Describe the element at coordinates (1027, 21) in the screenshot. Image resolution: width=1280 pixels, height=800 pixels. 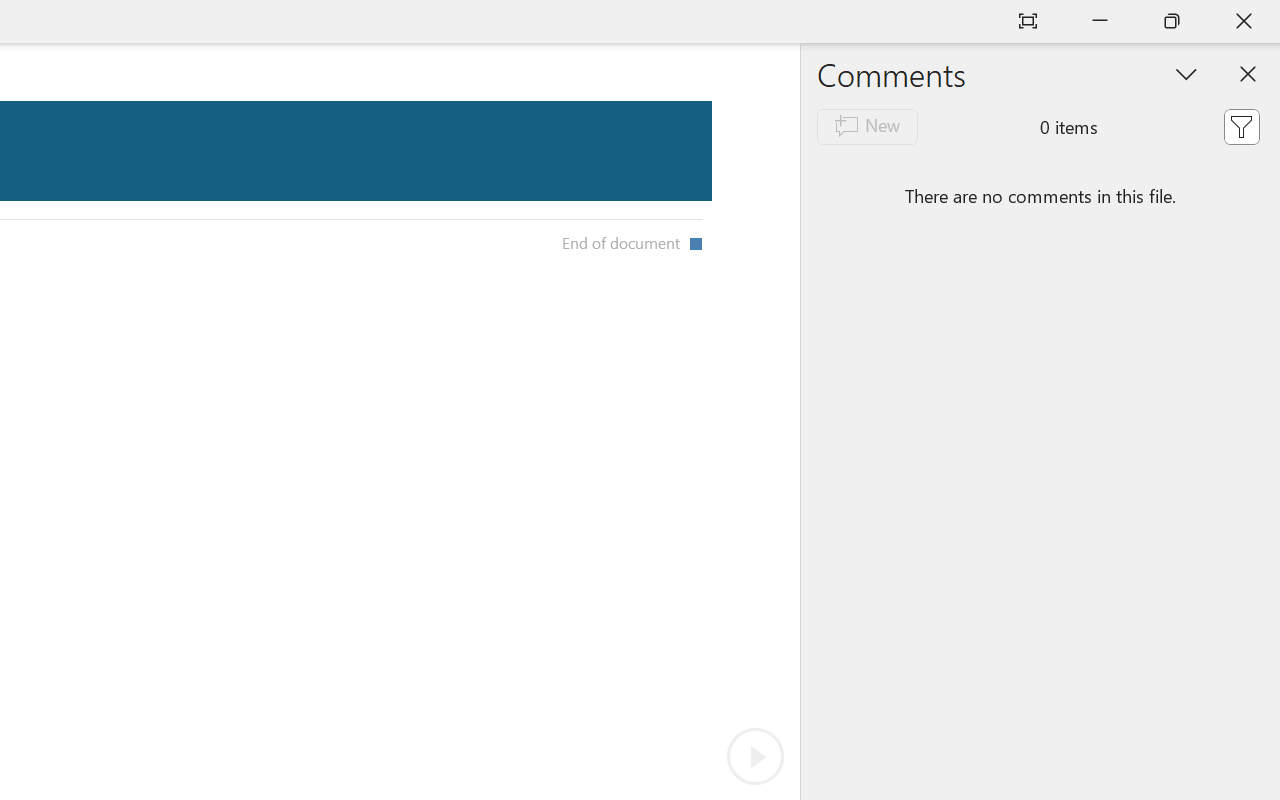
I see `'Auto-hide Reading Toolbar'` at that location.